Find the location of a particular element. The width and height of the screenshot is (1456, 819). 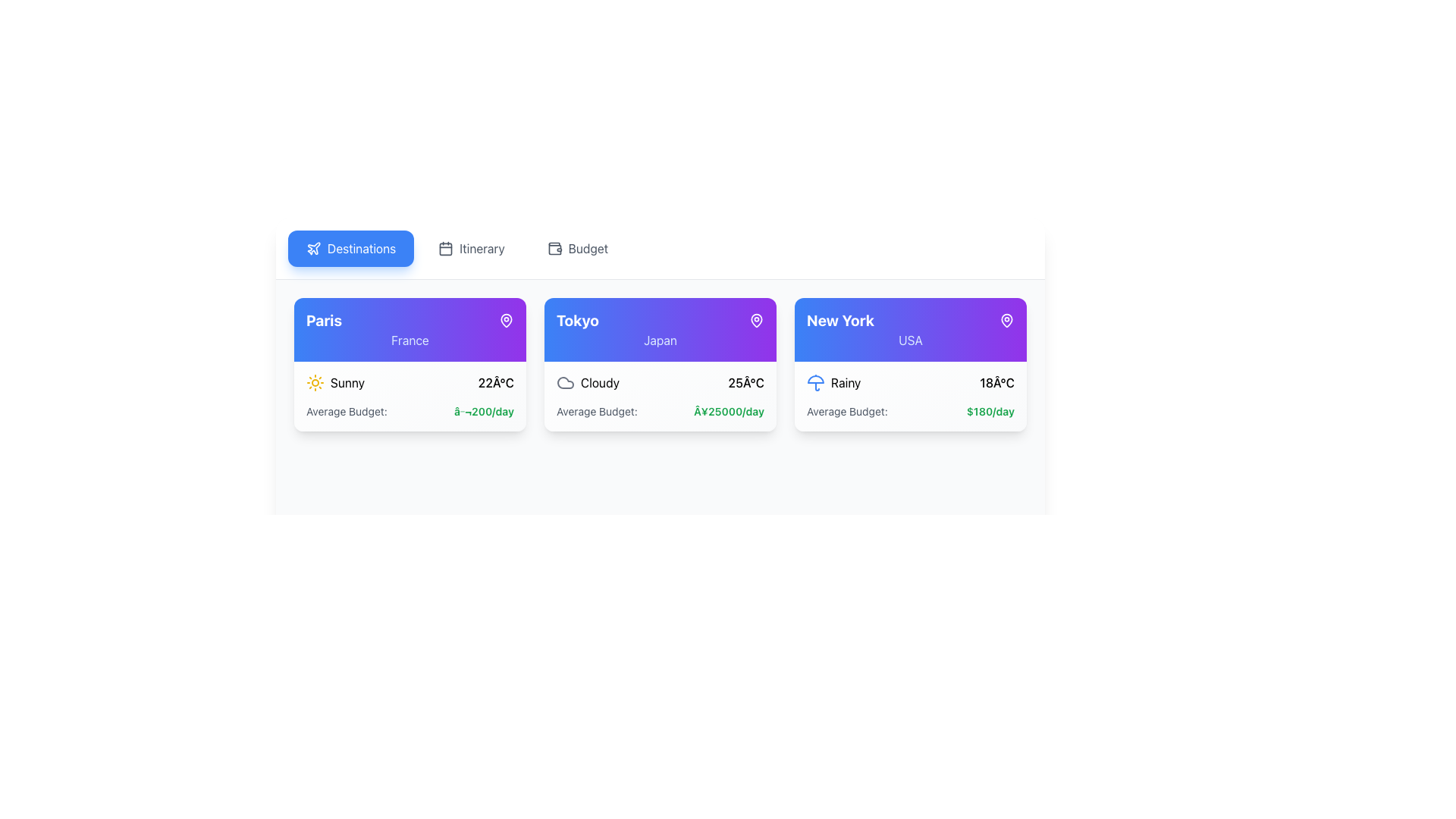

displayed temperature from the Text Label indicating the current temperature in the 'Tokyo' location, positioned in the top-right corner of the Tokyo card is located at coordinates (746, 382).